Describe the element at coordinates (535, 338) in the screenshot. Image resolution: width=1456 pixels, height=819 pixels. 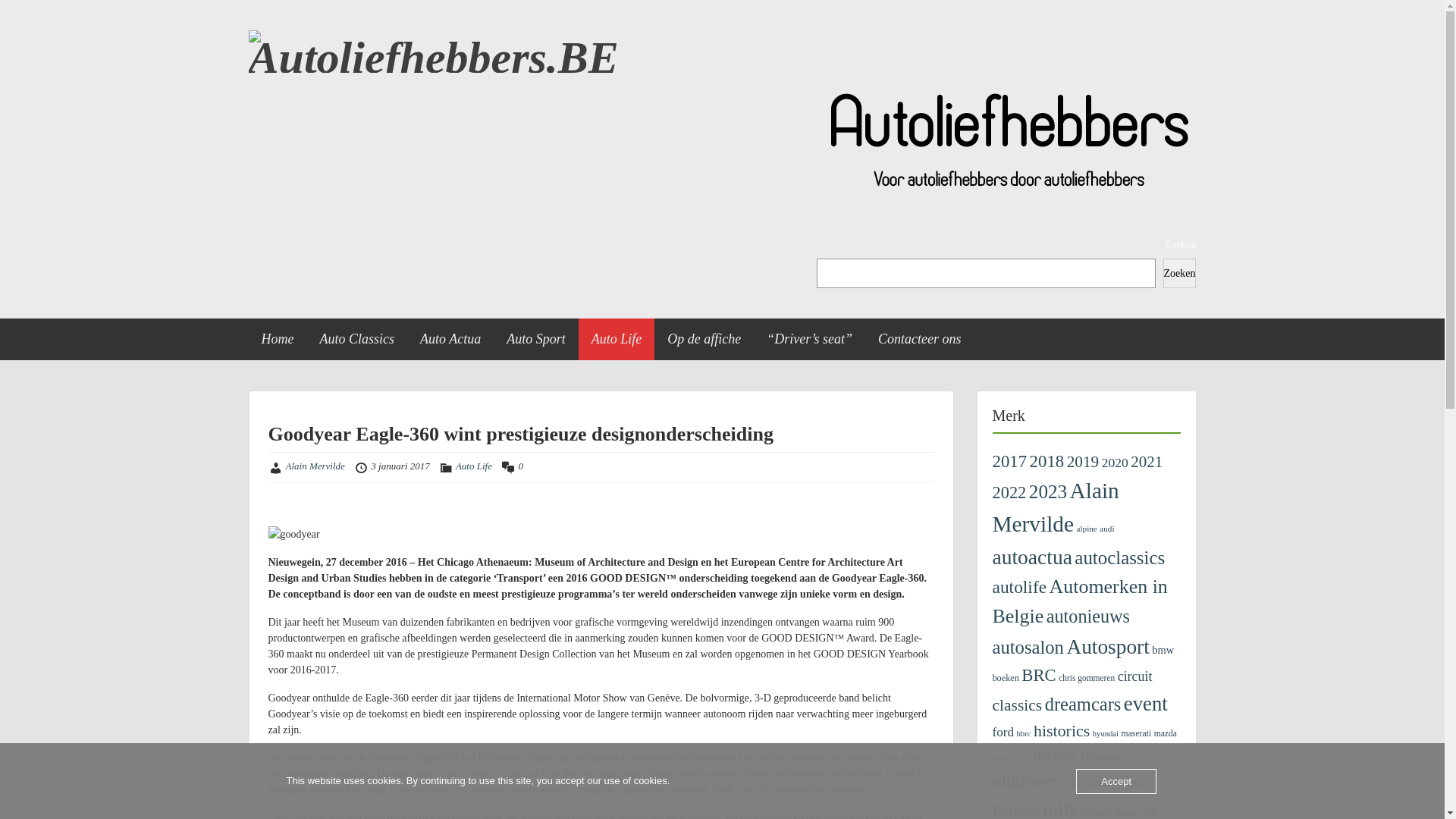
I see `'Auto Sport'` at that location.